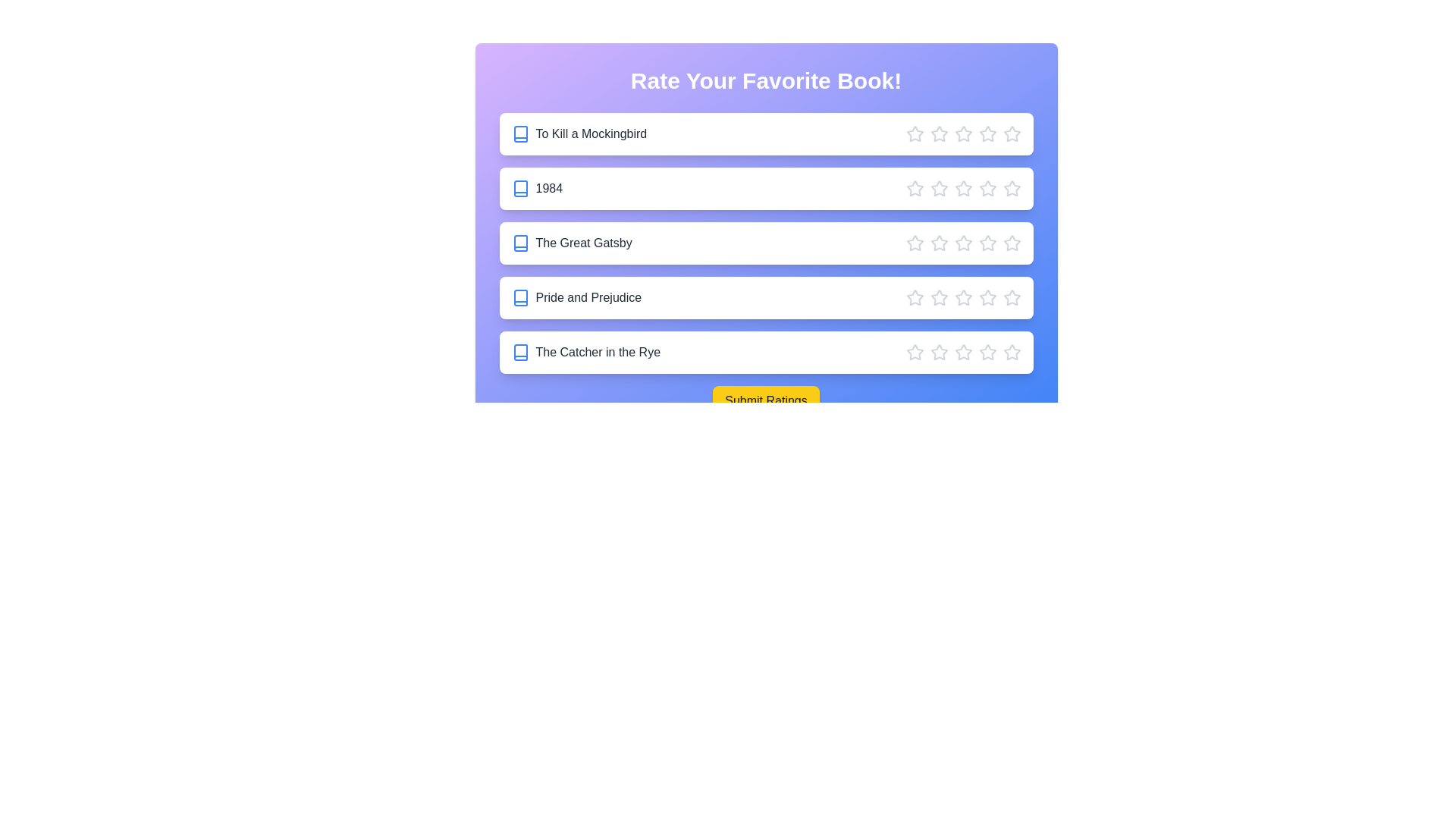  What do you see at coordinates (1012, 353) in the screenshot?
I see `the star corresponding to 5 stars for the book 'The Catcher in the Rye'` at bounding box center [1012, 353].